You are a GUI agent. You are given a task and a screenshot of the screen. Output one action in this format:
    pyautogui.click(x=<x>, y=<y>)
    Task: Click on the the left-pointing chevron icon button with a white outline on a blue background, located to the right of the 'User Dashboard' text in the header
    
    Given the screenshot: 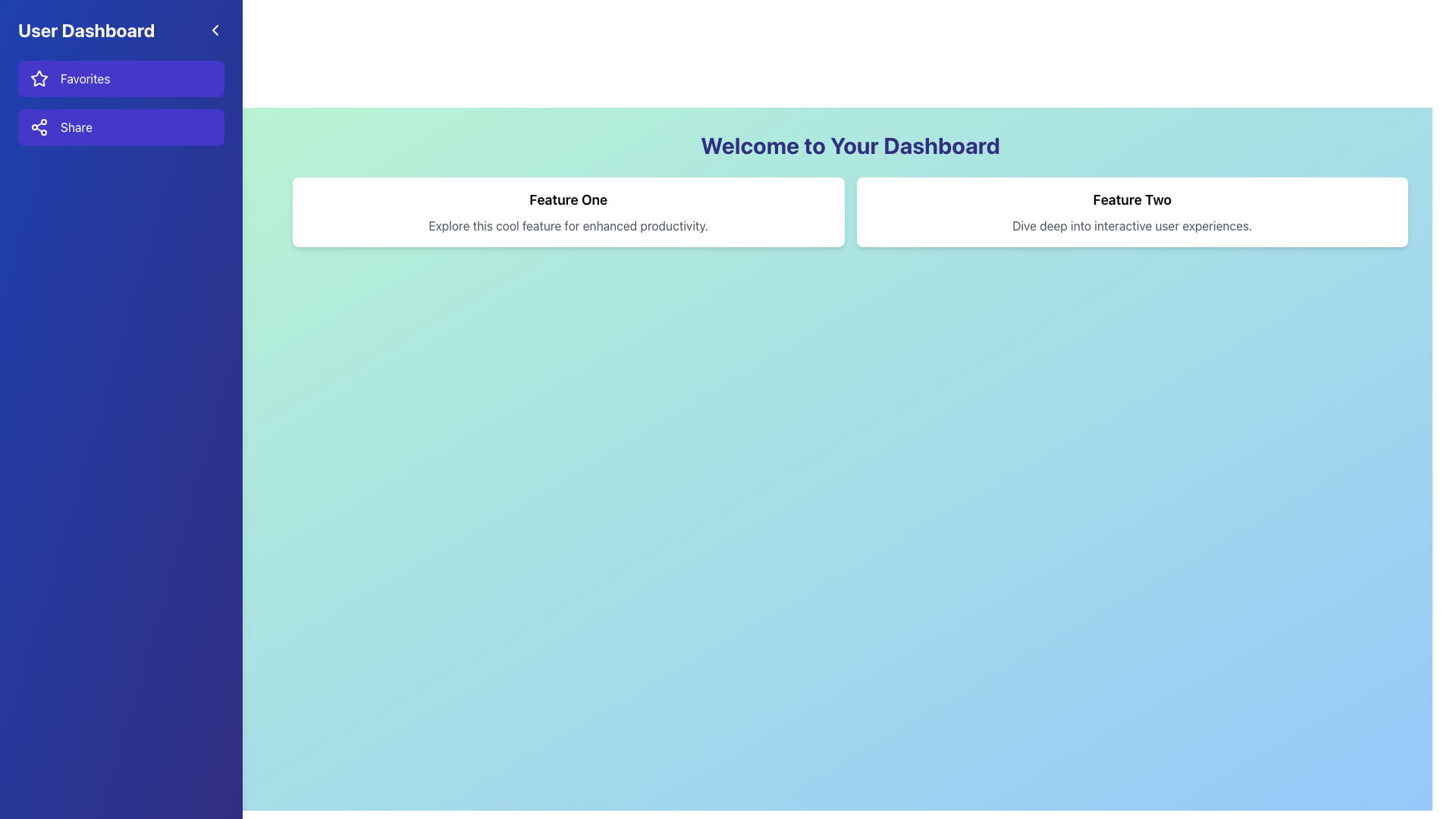 What is the action you would take?
    pyautogui.click(x=214, y=30)
    